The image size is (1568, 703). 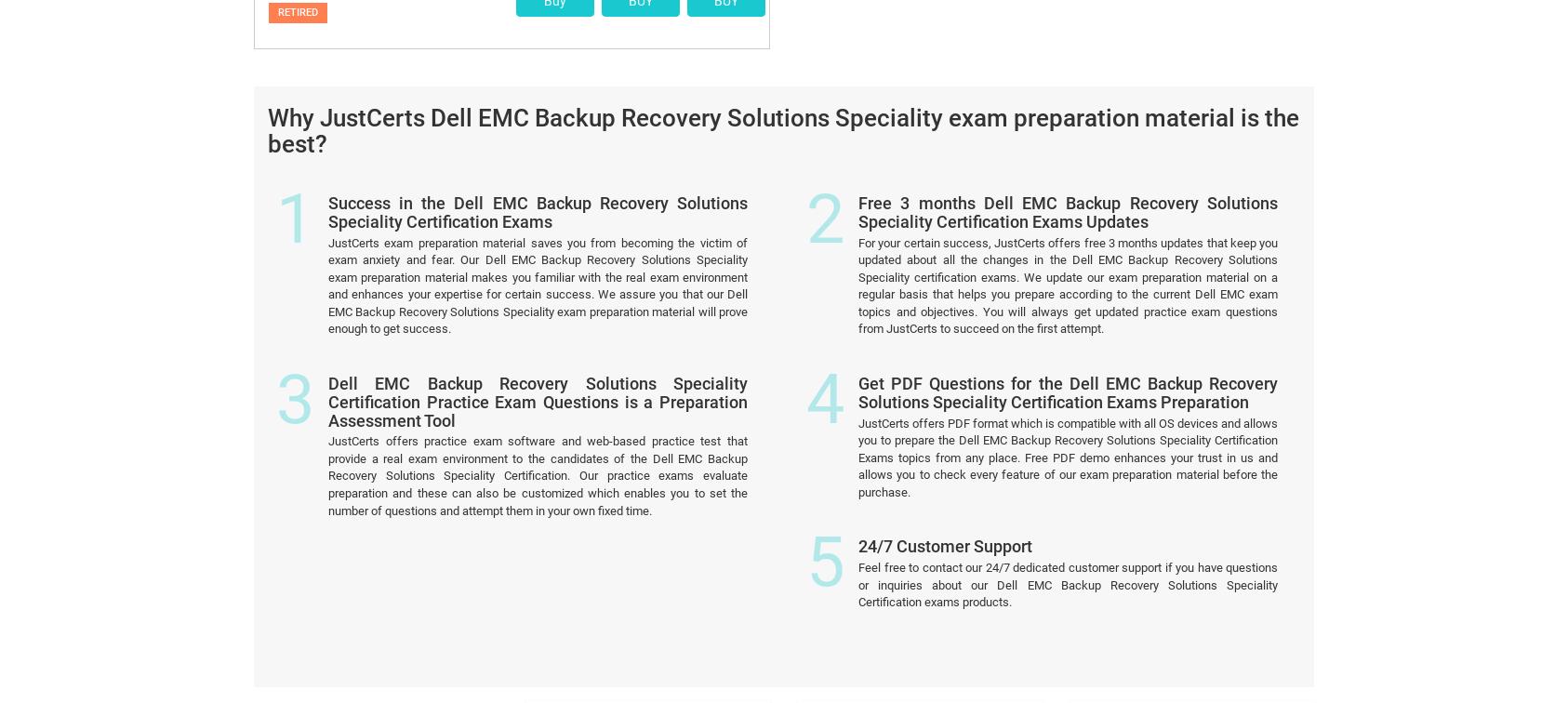 What do you see at coordinates (294, 156) in the screenshot?
I see `'3'` at bounding box center [294, 156].